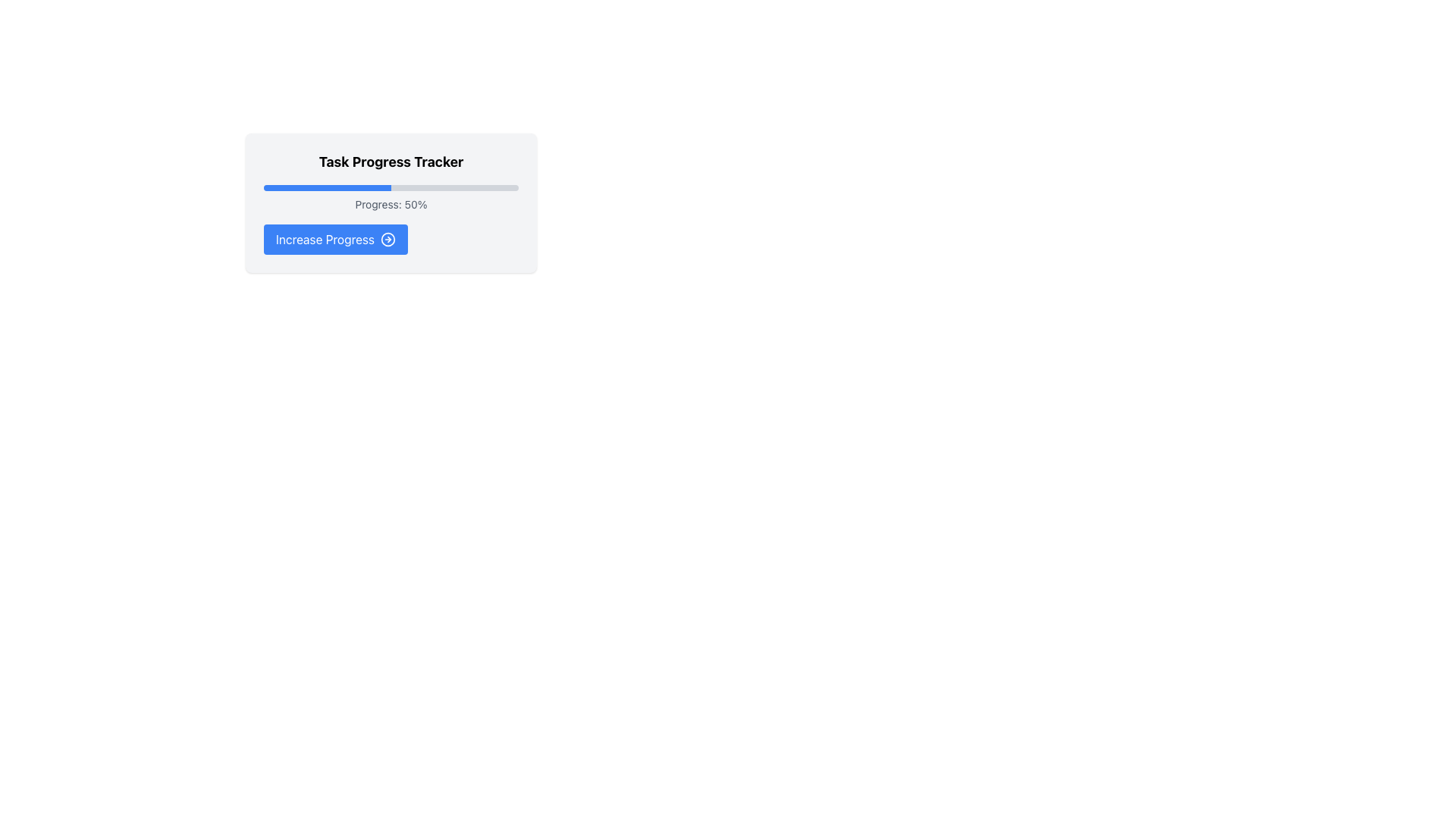 Image resolution: width=1456 pixels, height=819 pixels. Describe the element at coordinates (391, 187) in the screenshot. I see `the Progress Bar that visually represents 50% completion, located beneath the title 'Task Progress Tracker' and above the label 'Progress: 50%.'` at that location.